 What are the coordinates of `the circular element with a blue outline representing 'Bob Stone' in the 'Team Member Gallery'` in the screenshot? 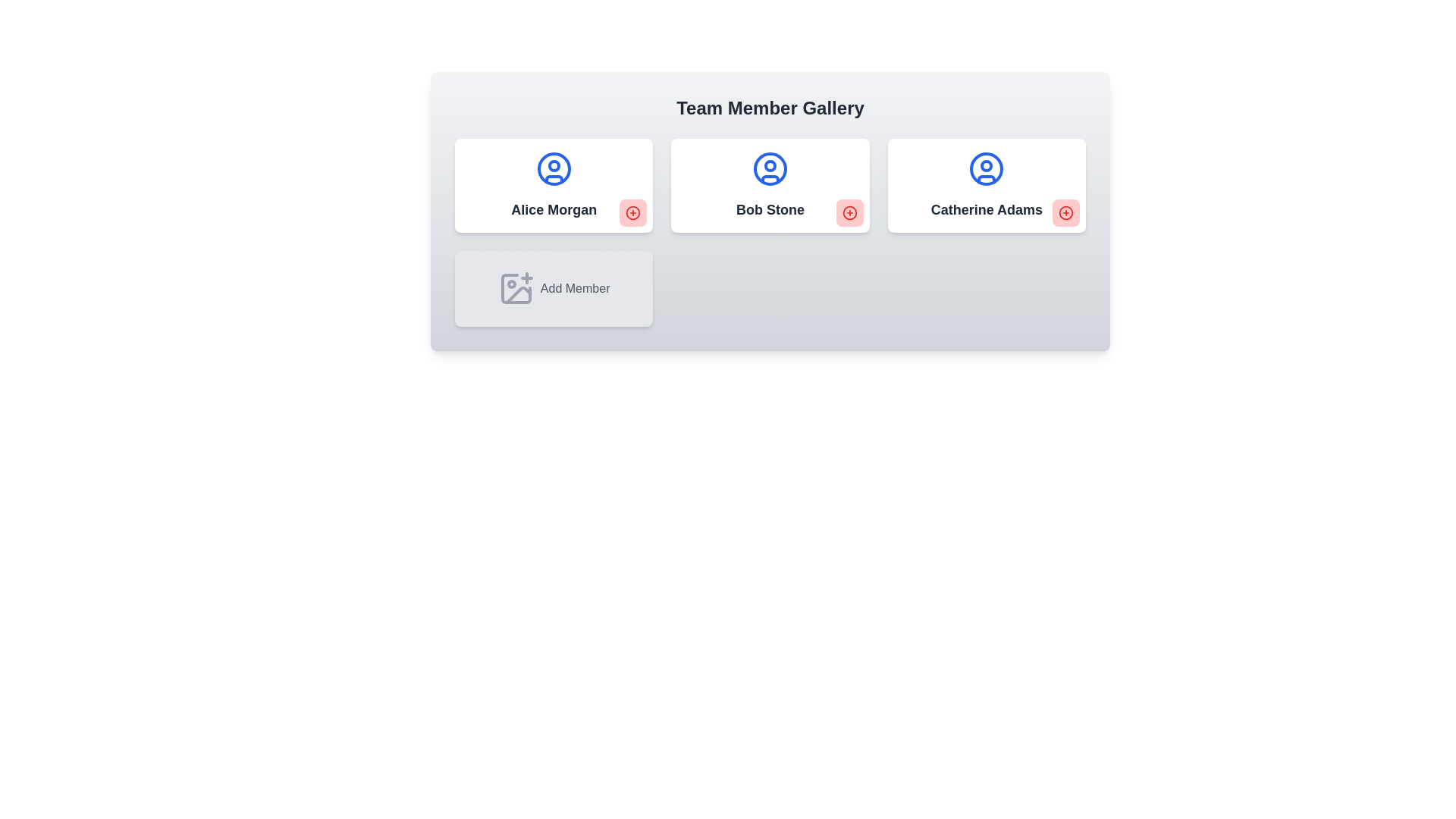 It's located at (770, 169).